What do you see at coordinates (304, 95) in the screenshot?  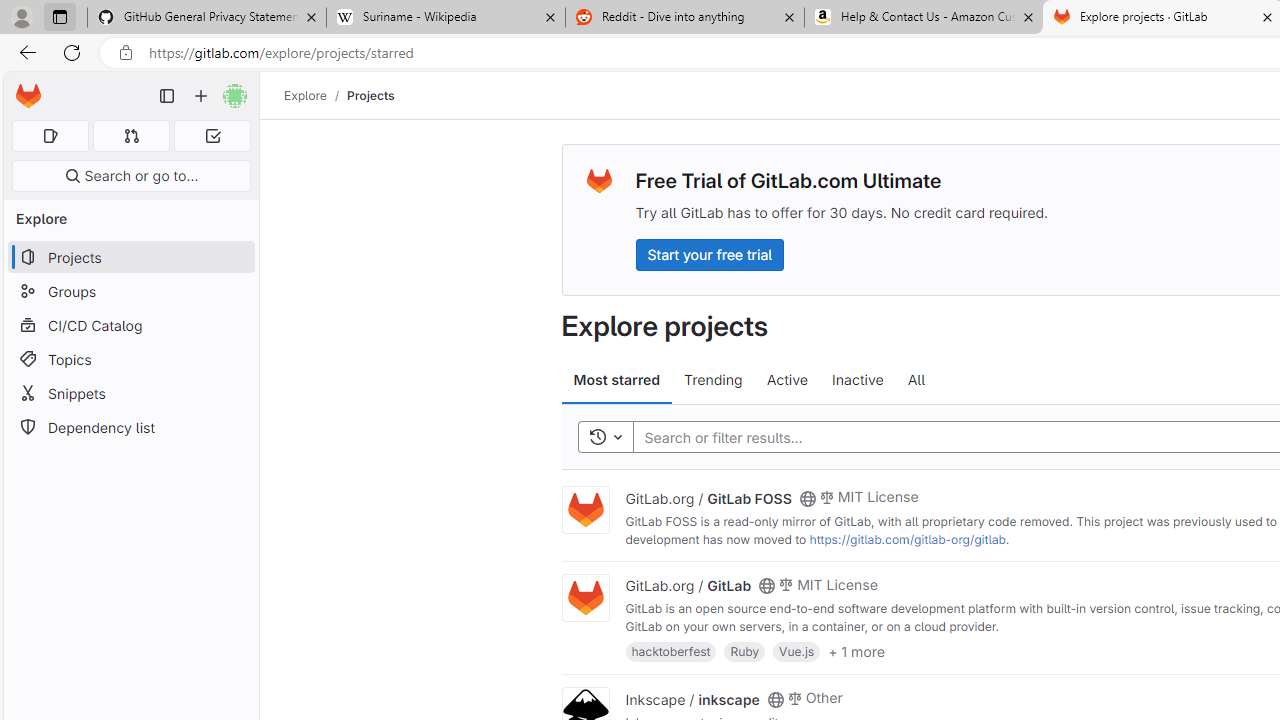 I see `'Explore'` at bounding box center [304, 95].